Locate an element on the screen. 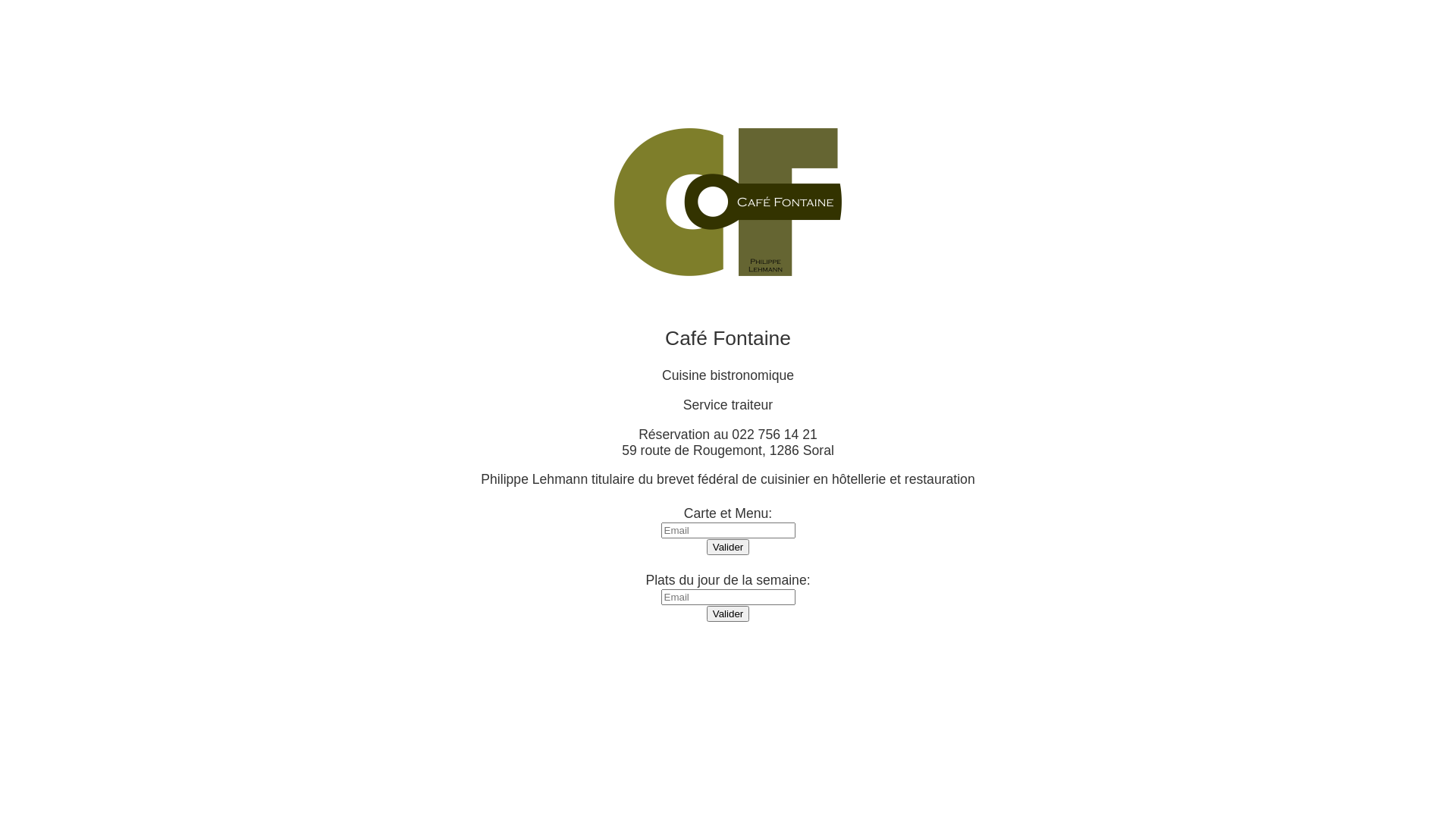 The width and height of the screenshot is (1456, 819). 'Valider' is located at coordinates (728, 613).